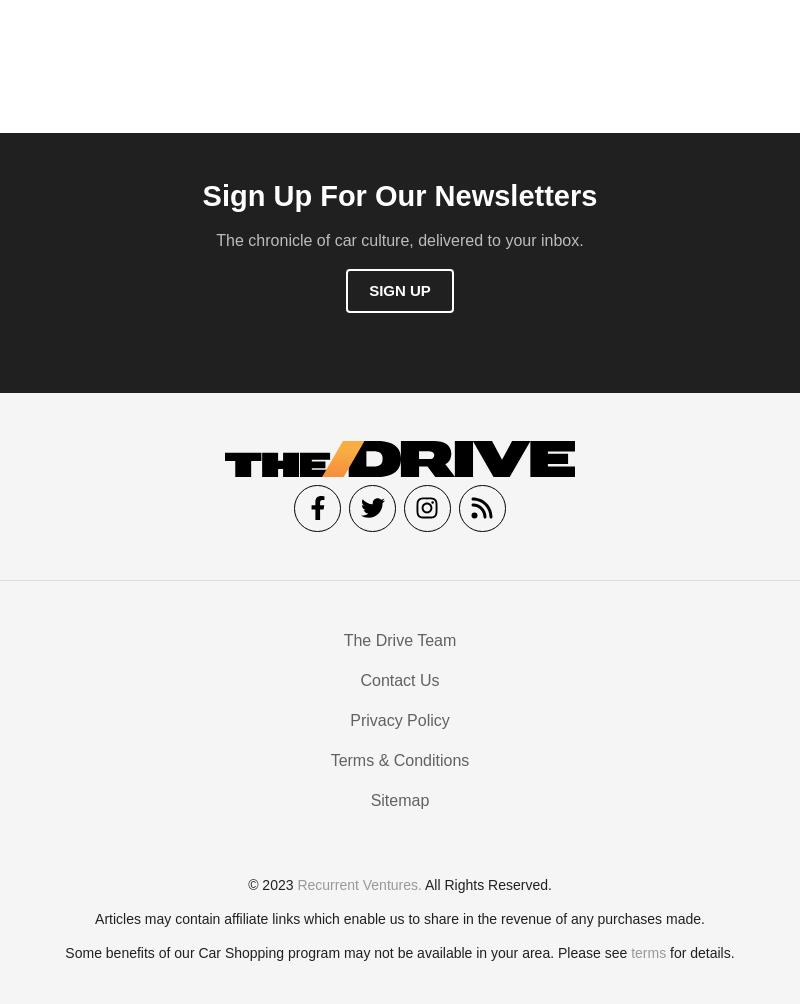  Describe the element at coordinates (398, 684) in the screenshot. I see `'Contact Us'` at that location.